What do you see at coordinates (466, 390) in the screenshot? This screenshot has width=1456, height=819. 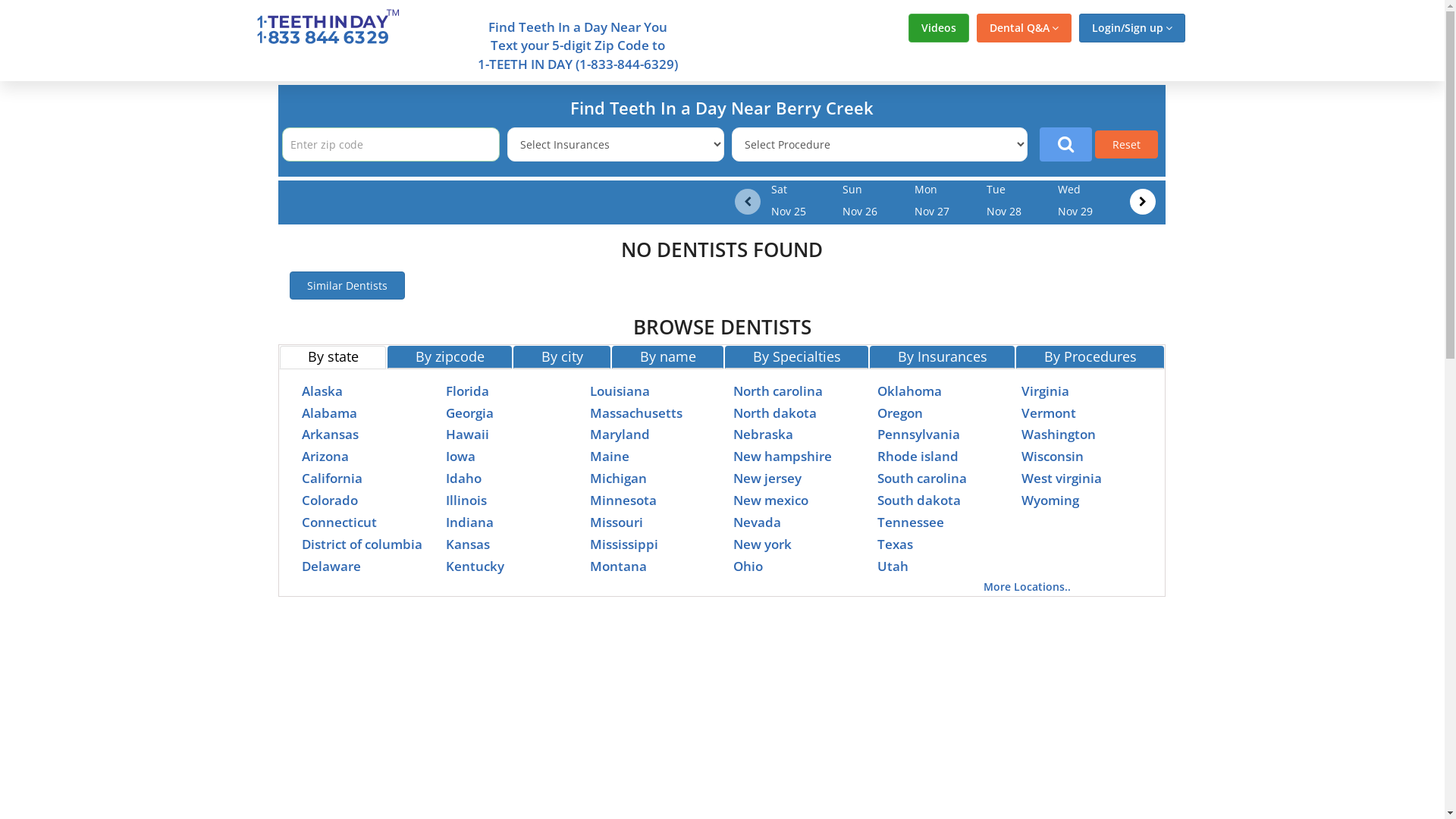 I see `'Florida'` at bounding box center [466, 390].